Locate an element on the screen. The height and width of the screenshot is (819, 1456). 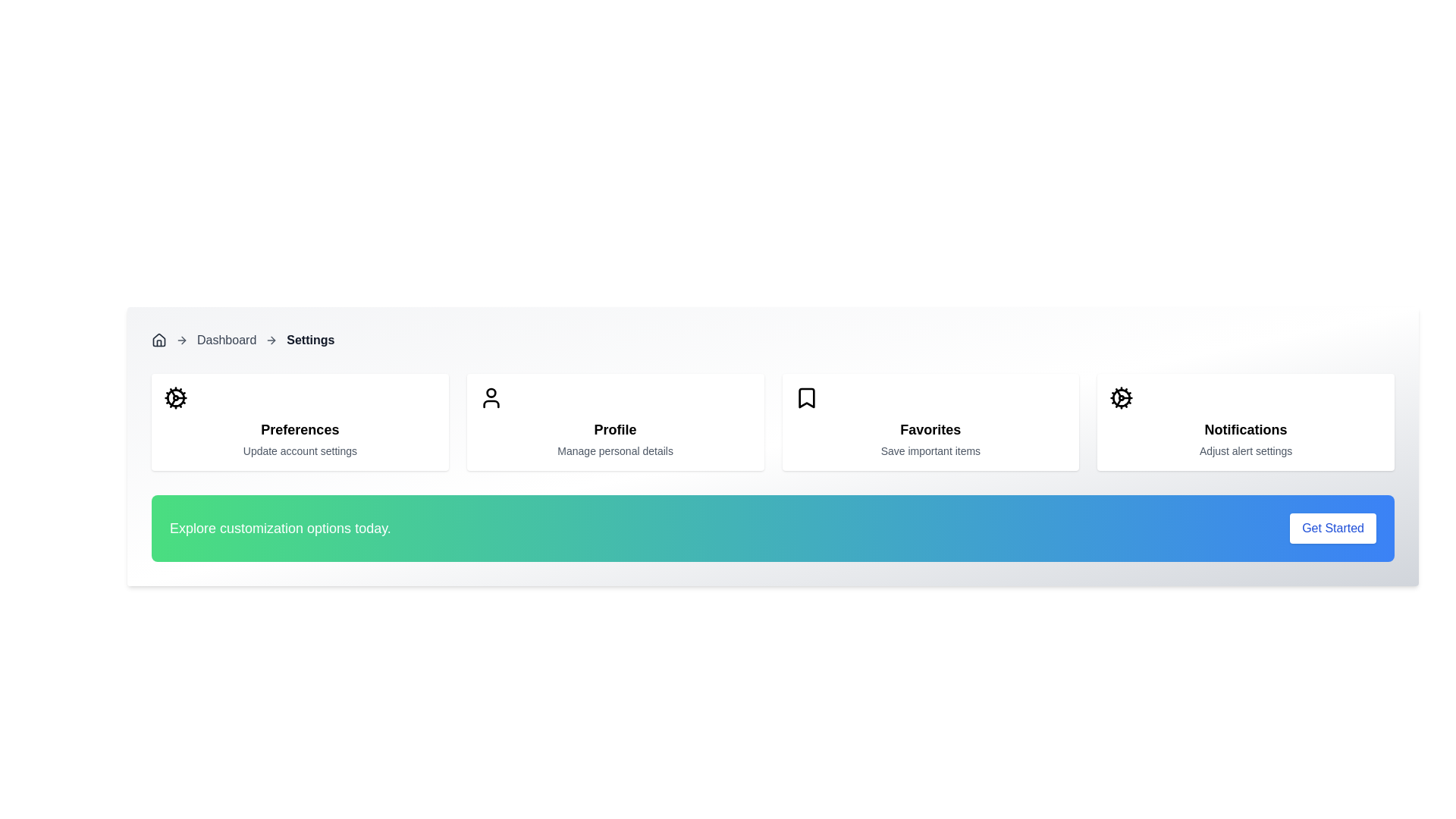
the navigation arrow icon located between the 'Dashboard' and 'Settings' texts in the top navigation section is located at coordinates (271, 339).